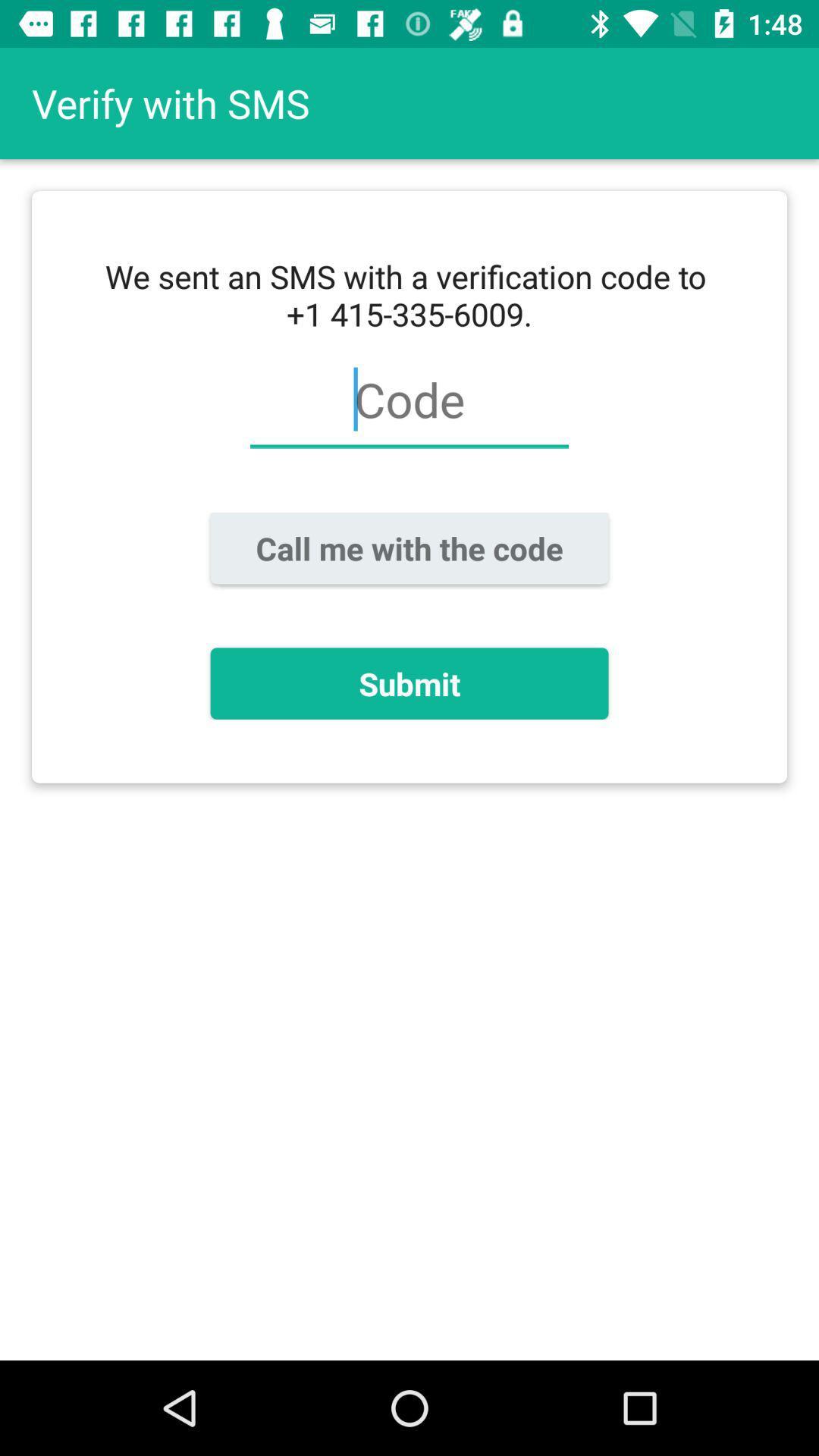  What do you see at coordinates (409, 548) in the screenshot?
I see `call me with icon` at bounding box center [409, 548].